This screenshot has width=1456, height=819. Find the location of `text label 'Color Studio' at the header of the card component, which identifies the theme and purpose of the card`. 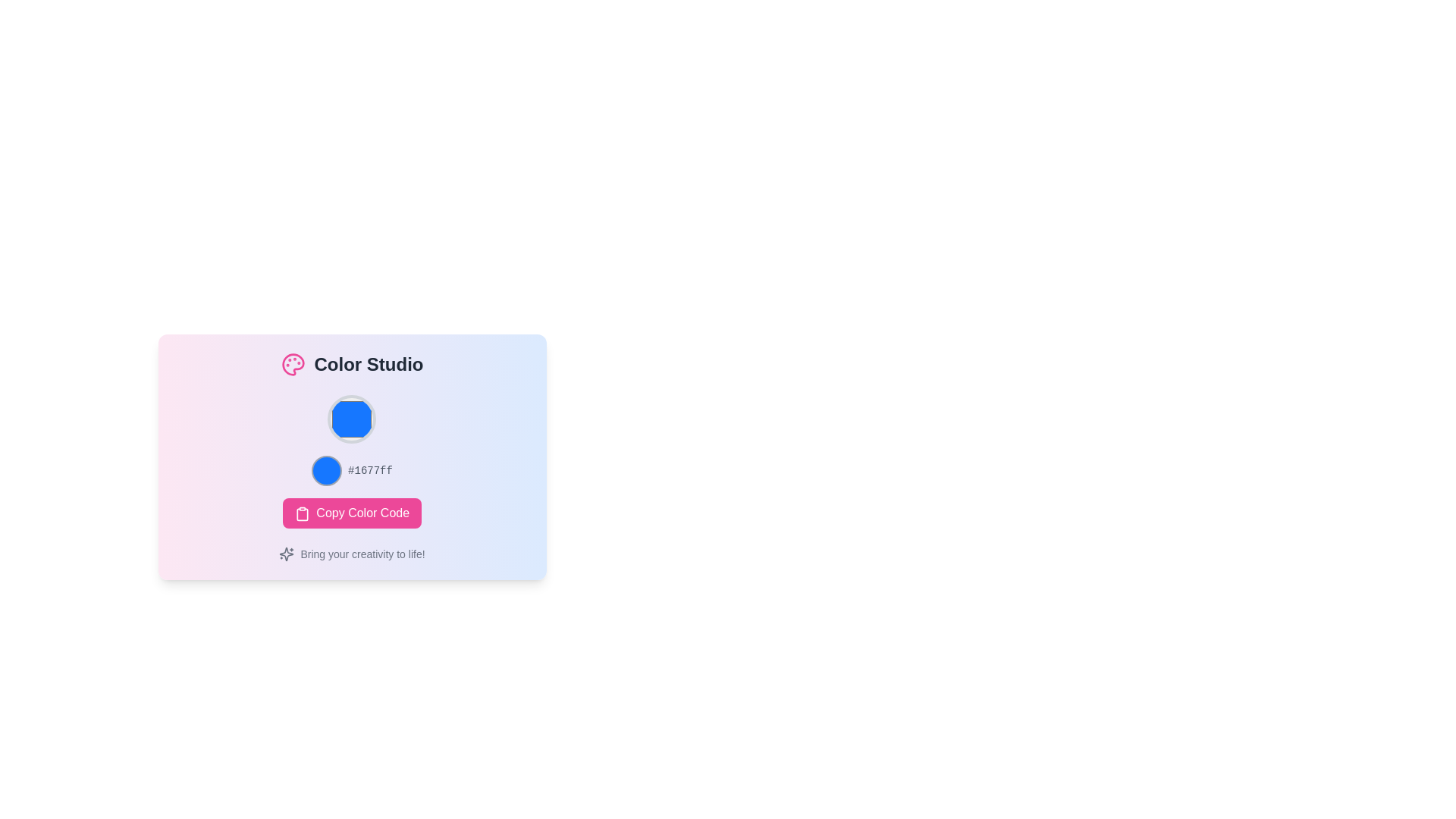

text label 'Color Studio' at the header of the card component, which identifies the theme and purpose of the card is located at coordinates (351, 365).